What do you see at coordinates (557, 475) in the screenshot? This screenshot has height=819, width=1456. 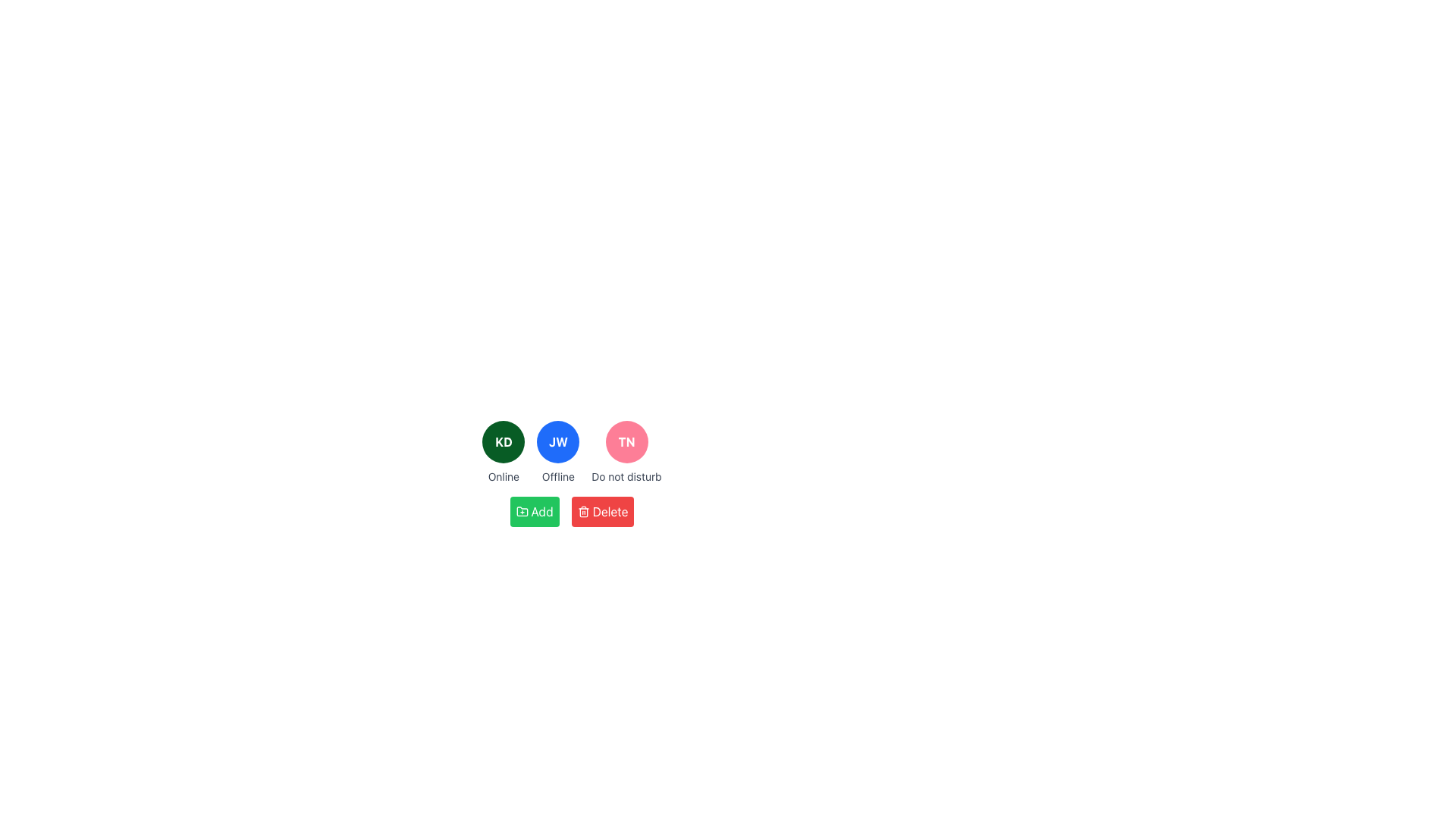 I see `the Text Label that indicates the status as 'Offline', positioned below the blue circular avatar labeled 'JW'` at bounding box center [557, 475].